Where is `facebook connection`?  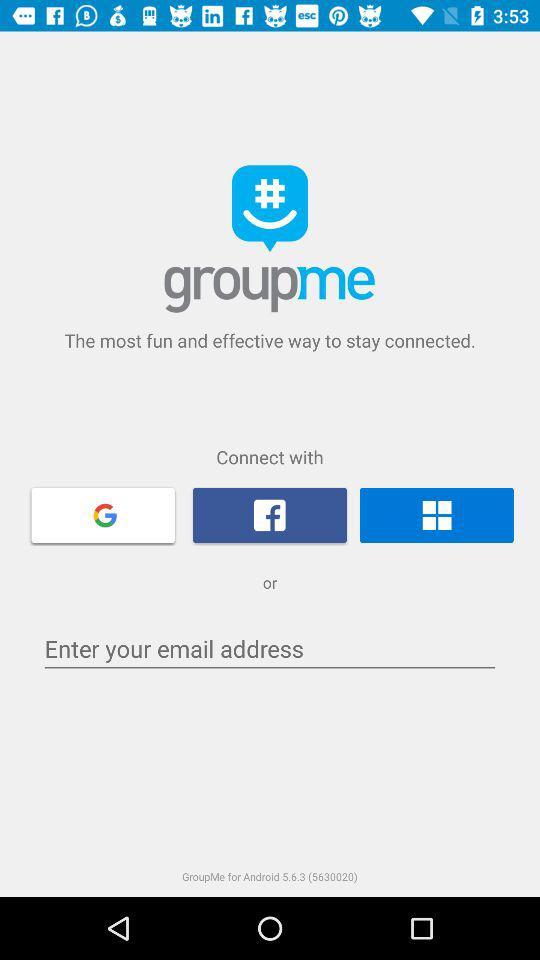
facebook connection is located at coordinates (270, 514).